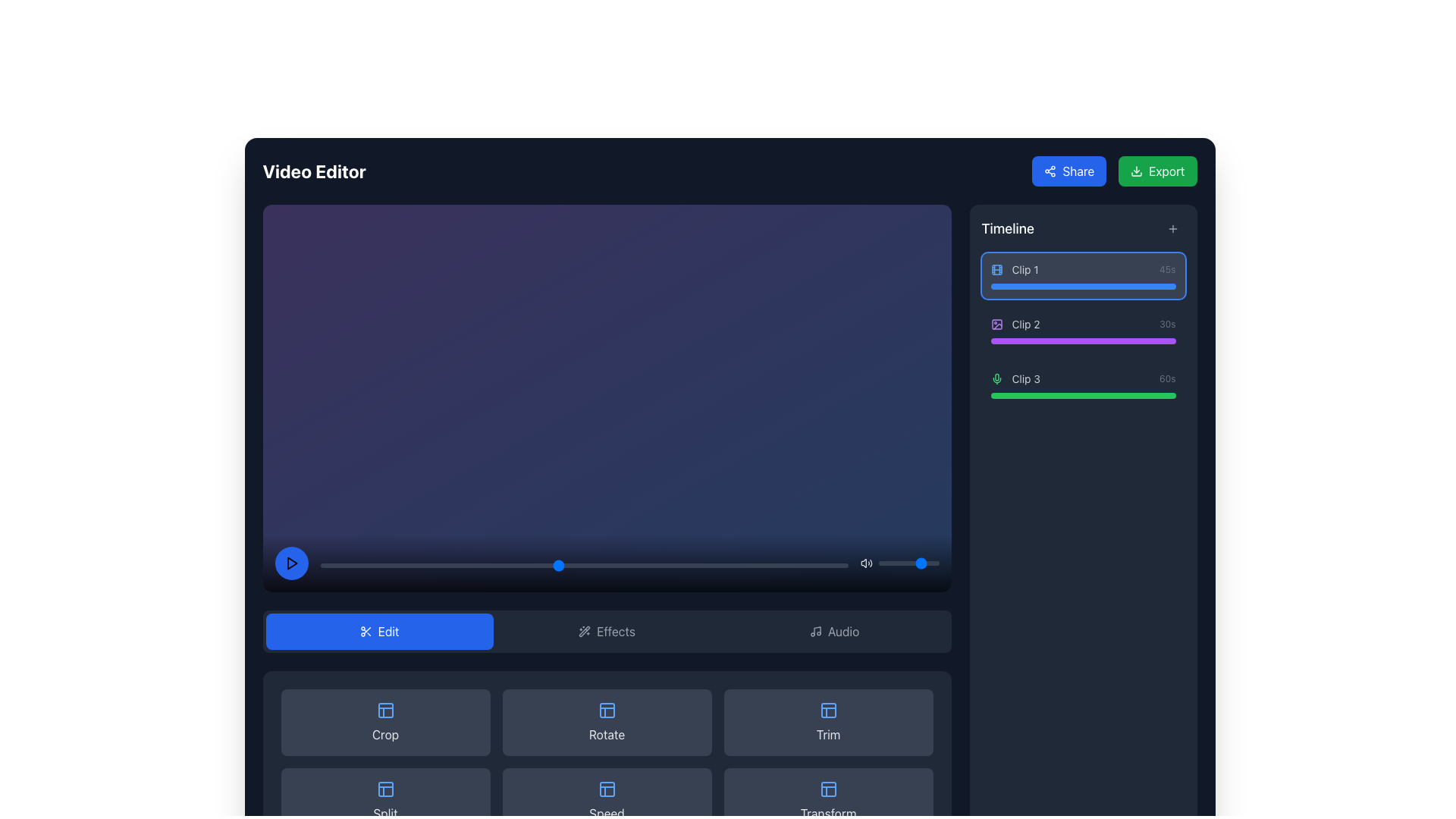 The width and height of the screenshot is (1456, 819). What do you see at coordinates (1082, 394) in the screenshot?
I see `the Progress bar located in the Timeline section, directly below Clip 3 and the microphone icon, to indicate the current status of the clip's advancement` at bounding box center [1082, 394].